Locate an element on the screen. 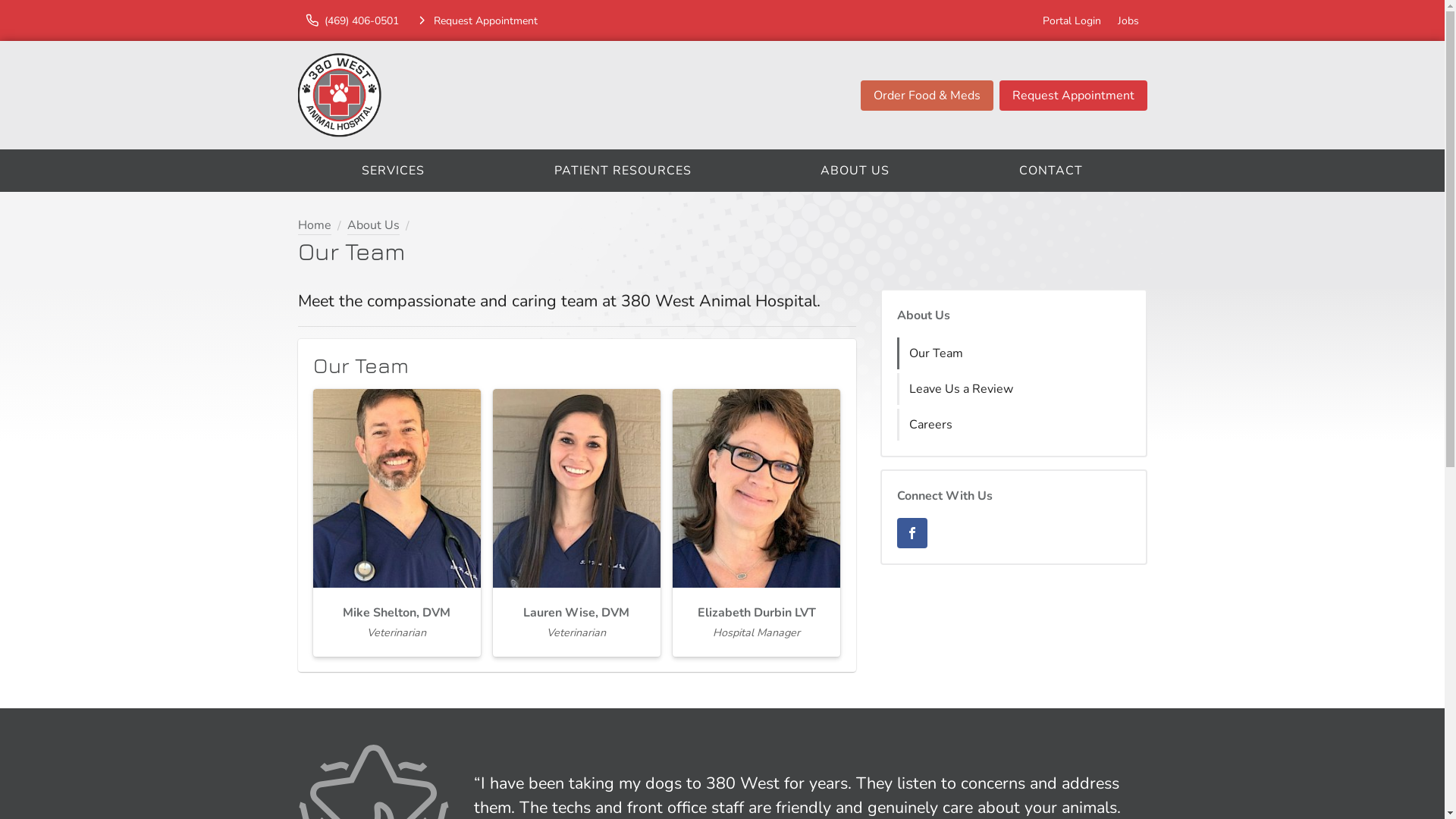 The image size is (1456, 819). 'Home' is located at coordinates (312, 225).